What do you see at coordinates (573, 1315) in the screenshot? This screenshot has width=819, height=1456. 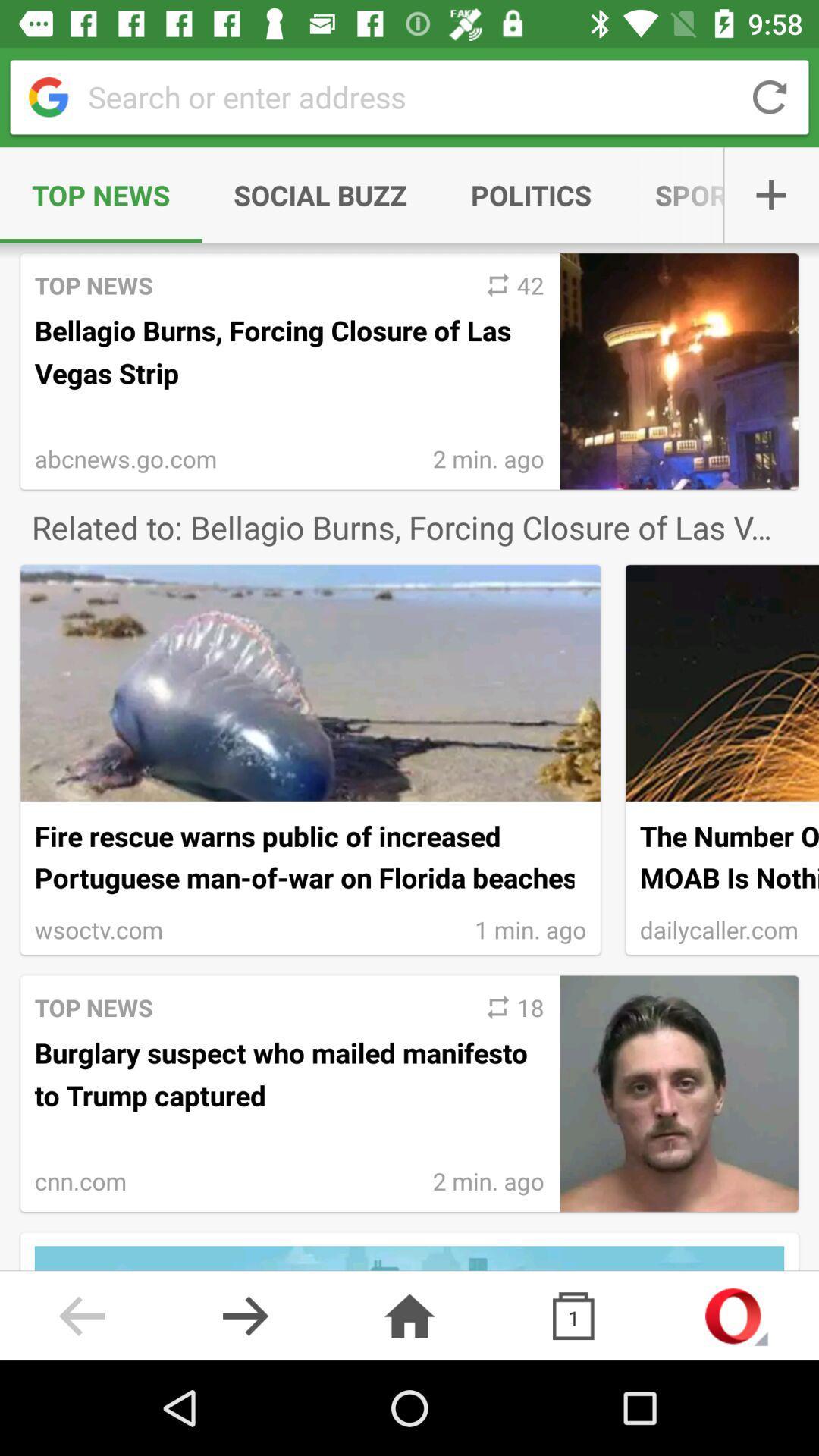 I see `the delete icon` at bounding box center [573, 1315].